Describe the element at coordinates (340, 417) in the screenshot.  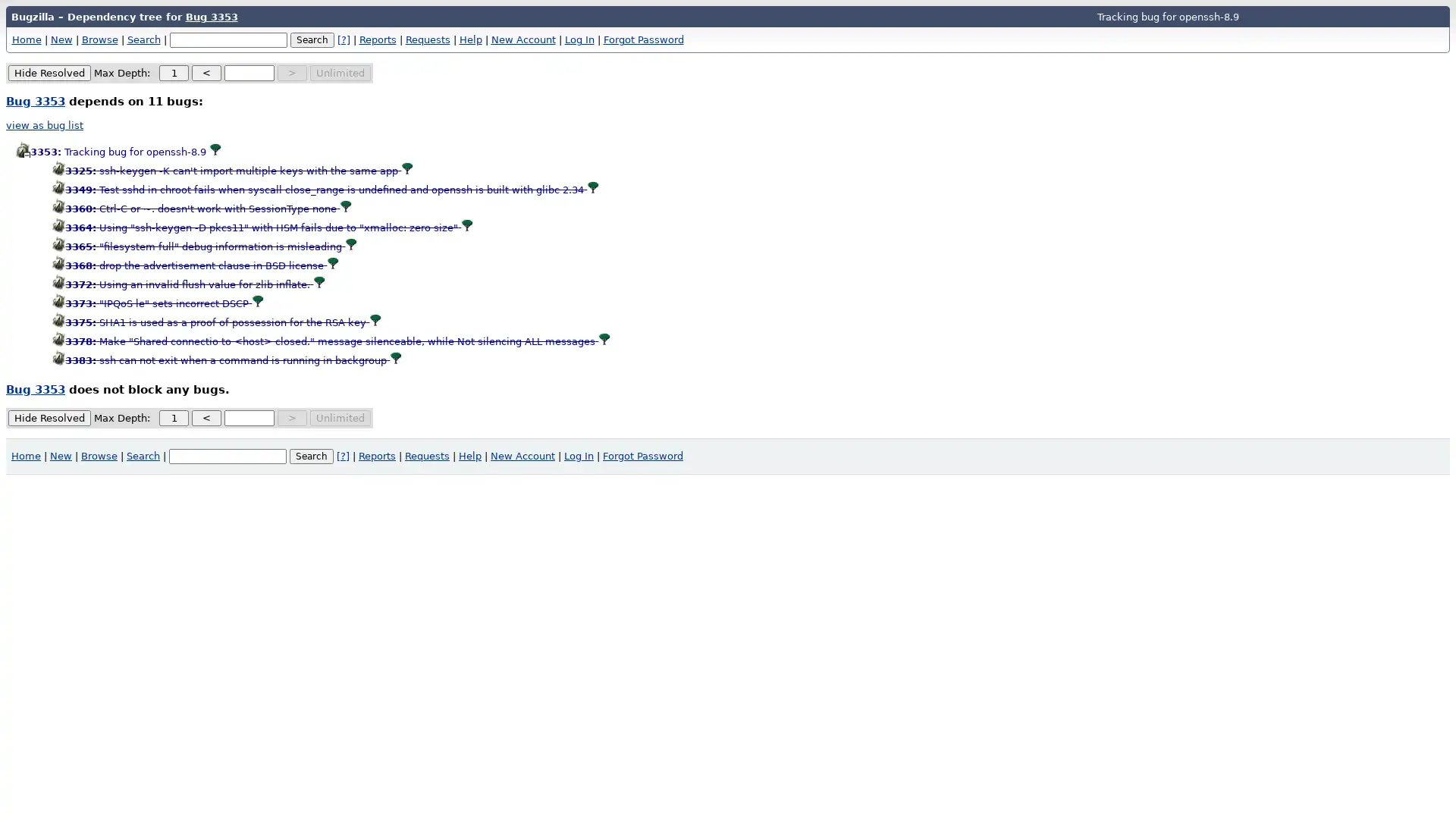
I see `Unlimited` at that location.